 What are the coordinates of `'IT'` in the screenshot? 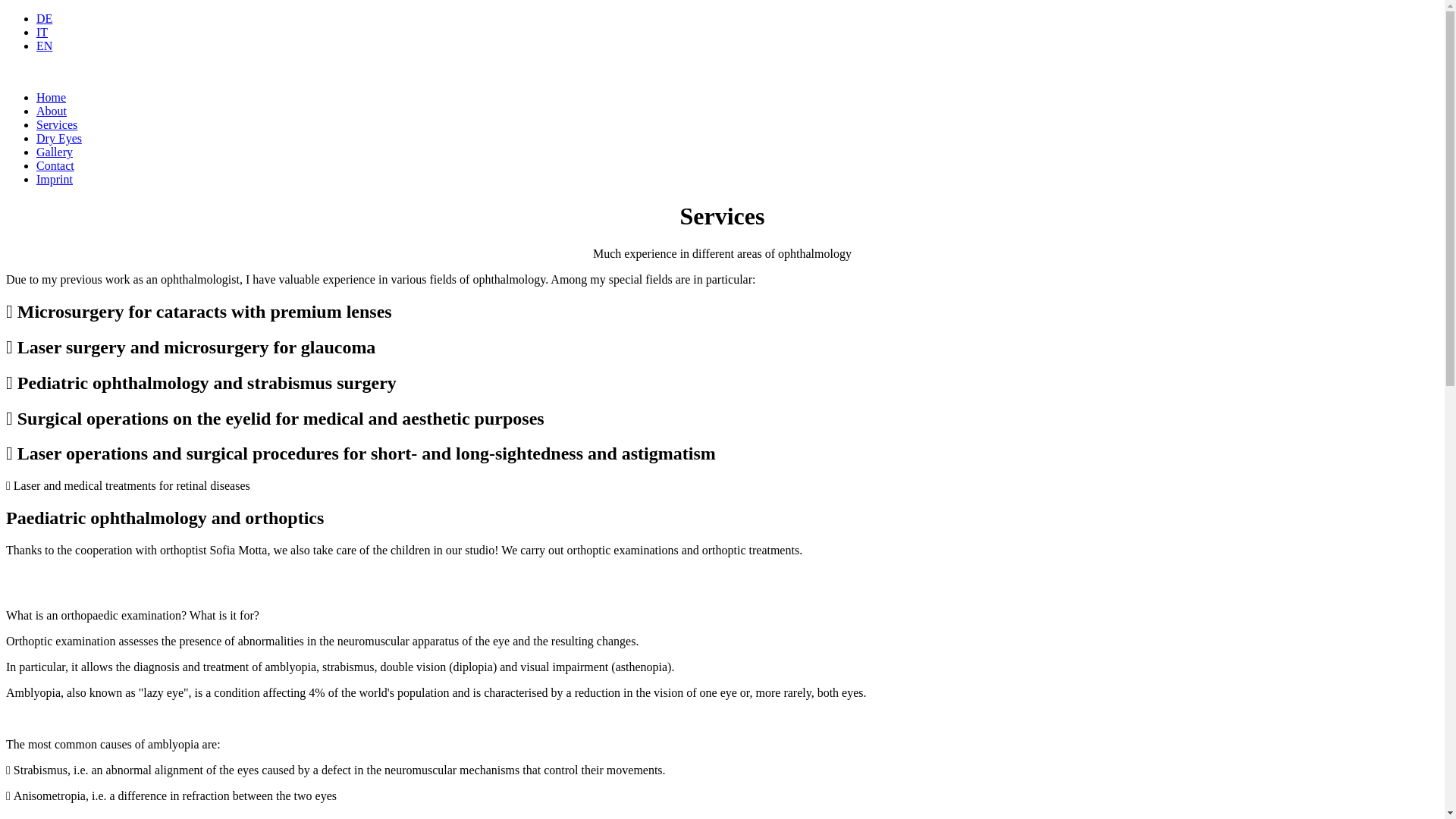 It's located at (42, 32).